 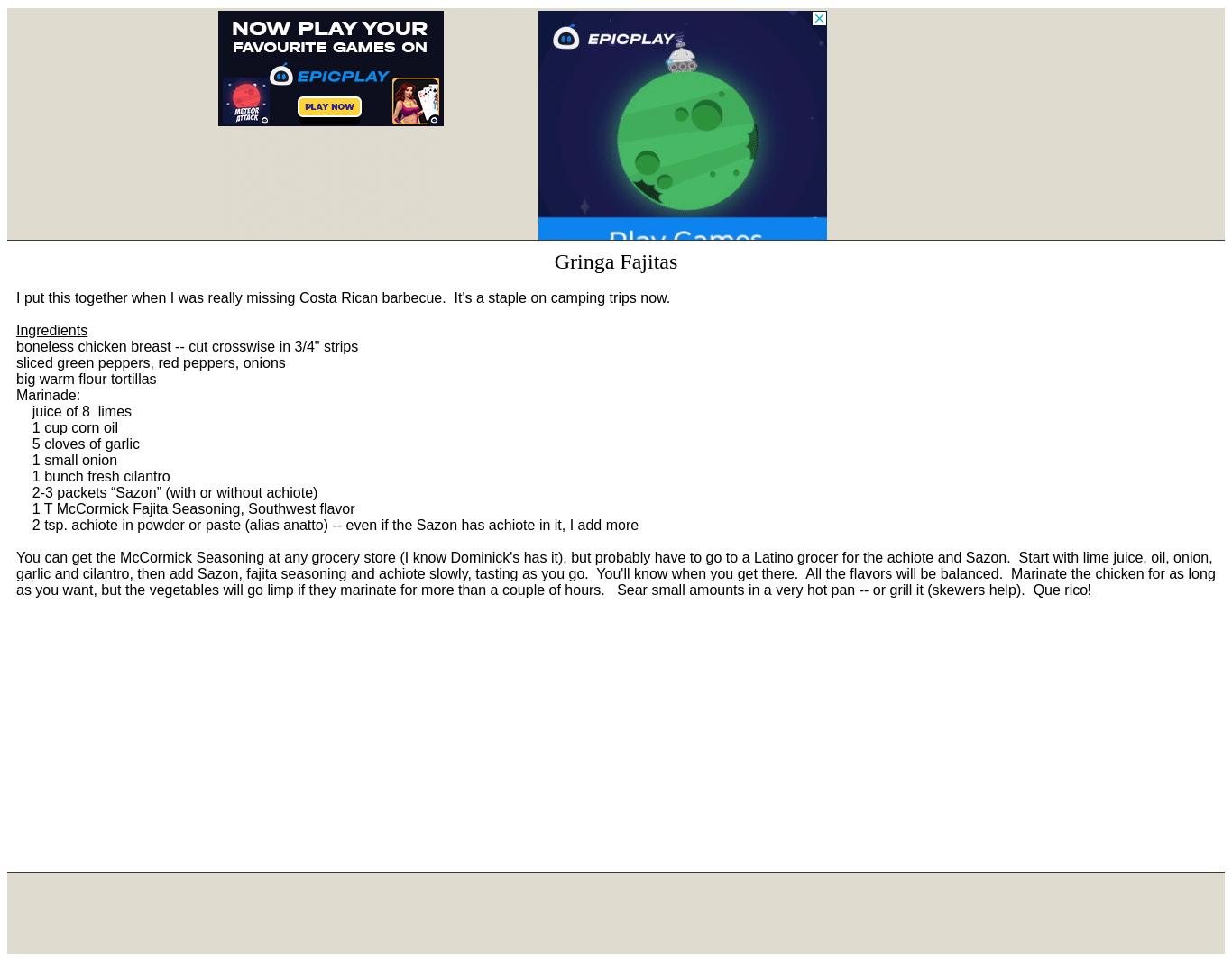 I want to click on 'I put this together when I was really missing Costa Rican barbecue.  It's a staple on camping trips now.', so click(x=342, y=297).